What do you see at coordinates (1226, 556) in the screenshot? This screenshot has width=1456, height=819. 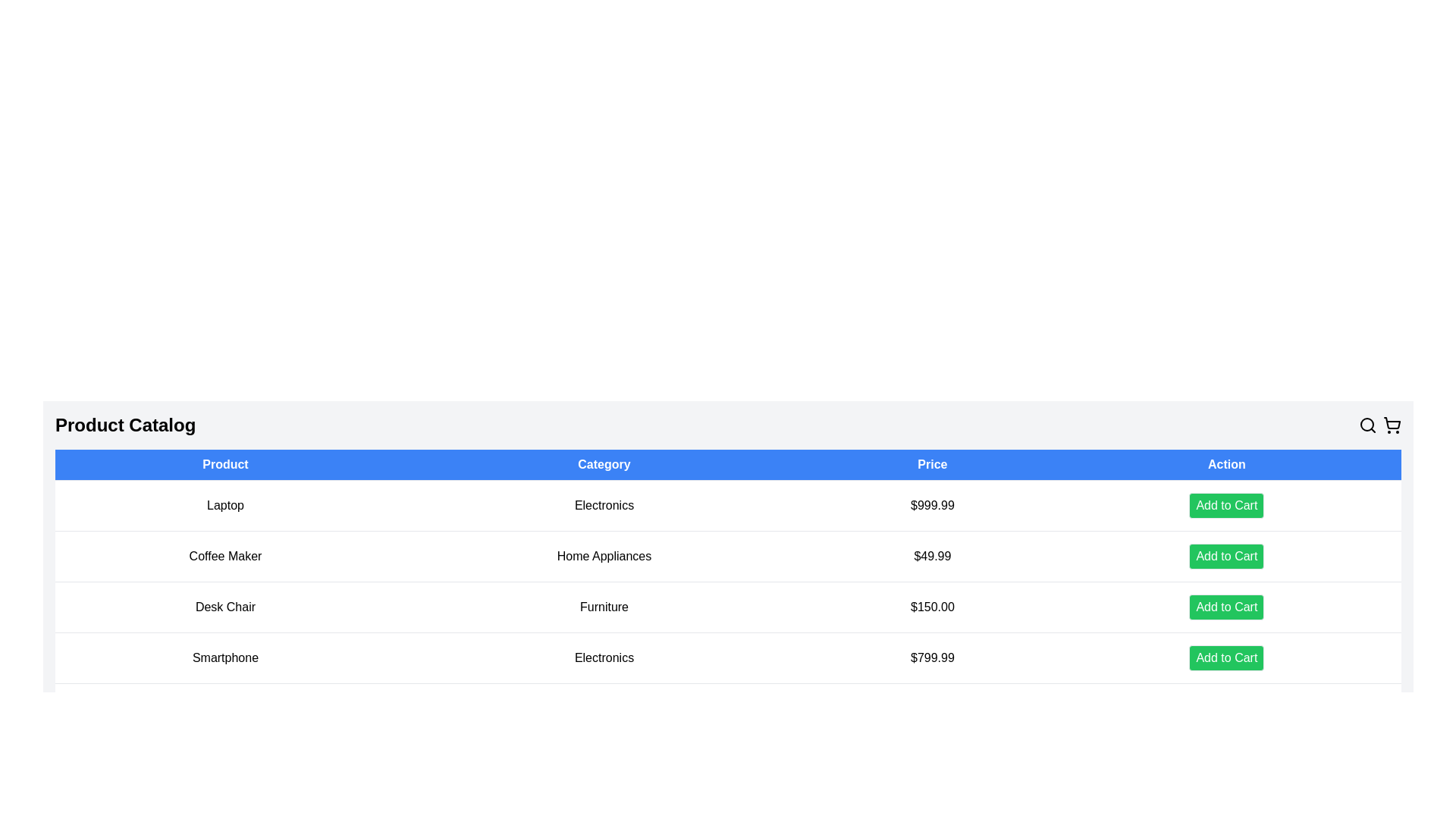 I see `the 'Add to Cart' button with a green background and white bold text in the third row of the 'Product Catalog' table` at bounding box center [1226, 556].